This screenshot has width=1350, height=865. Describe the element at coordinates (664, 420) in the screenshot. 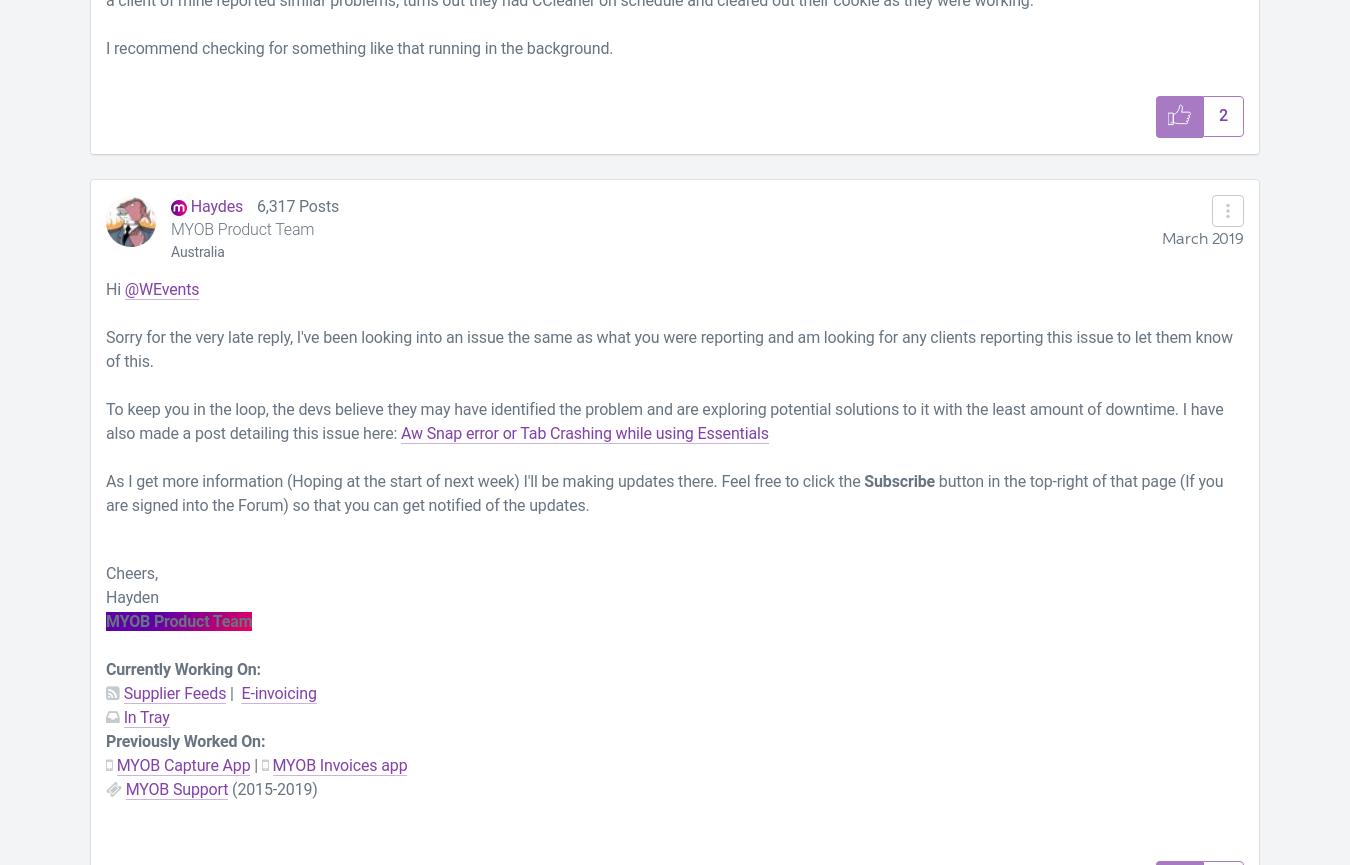

I see `'To keep you in the loop, the devs believe they may have identified the problem and are exploring potential solutions to it with the least amount of downtime. I have also made a post detailing this issue here:'` at that location.